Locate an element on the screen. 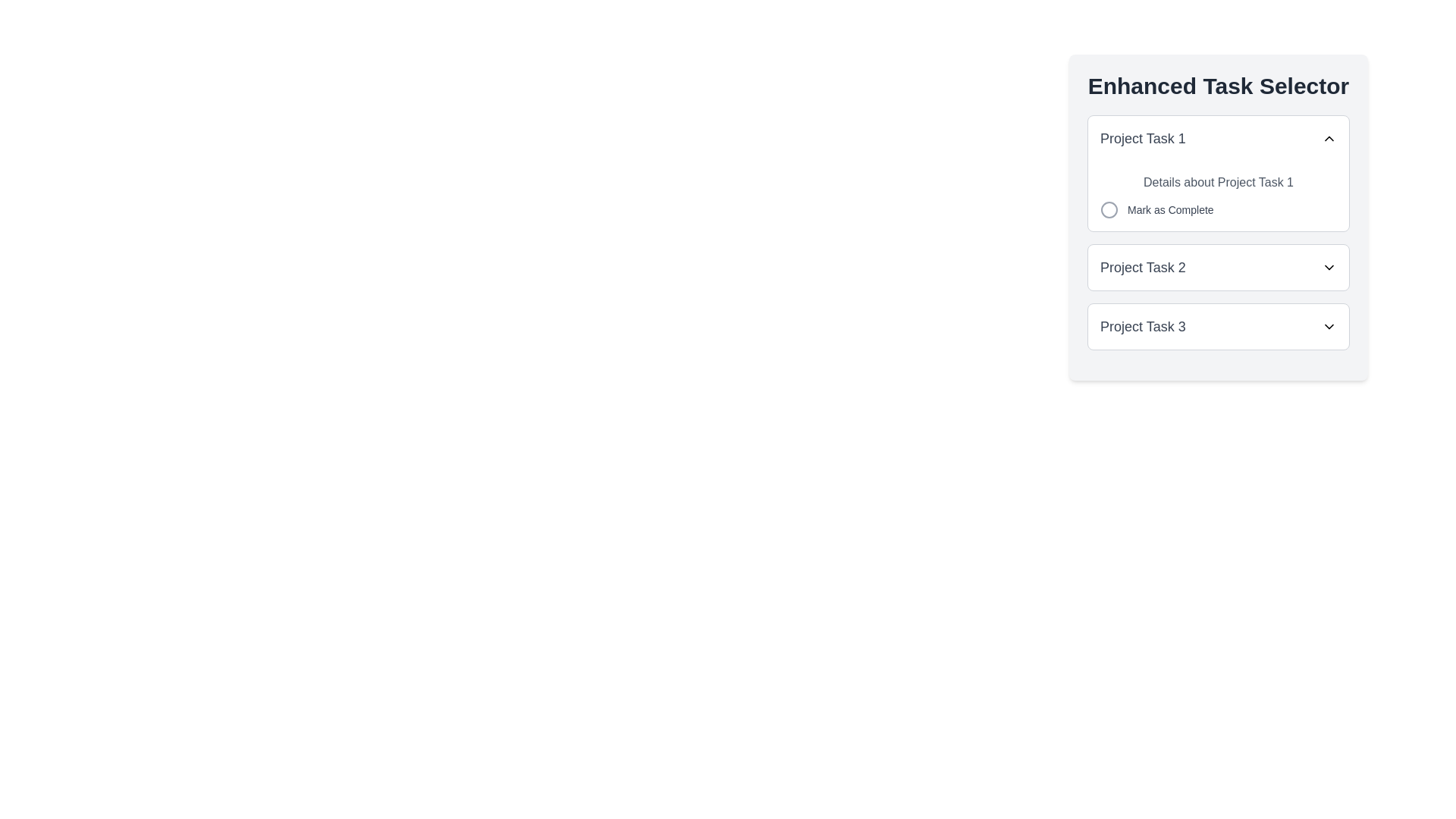 The width and height of the screenshot is (1456, 819). the circular icon with a gray outline, resembling an unselected radio button is located at coordinates (1109, 210).